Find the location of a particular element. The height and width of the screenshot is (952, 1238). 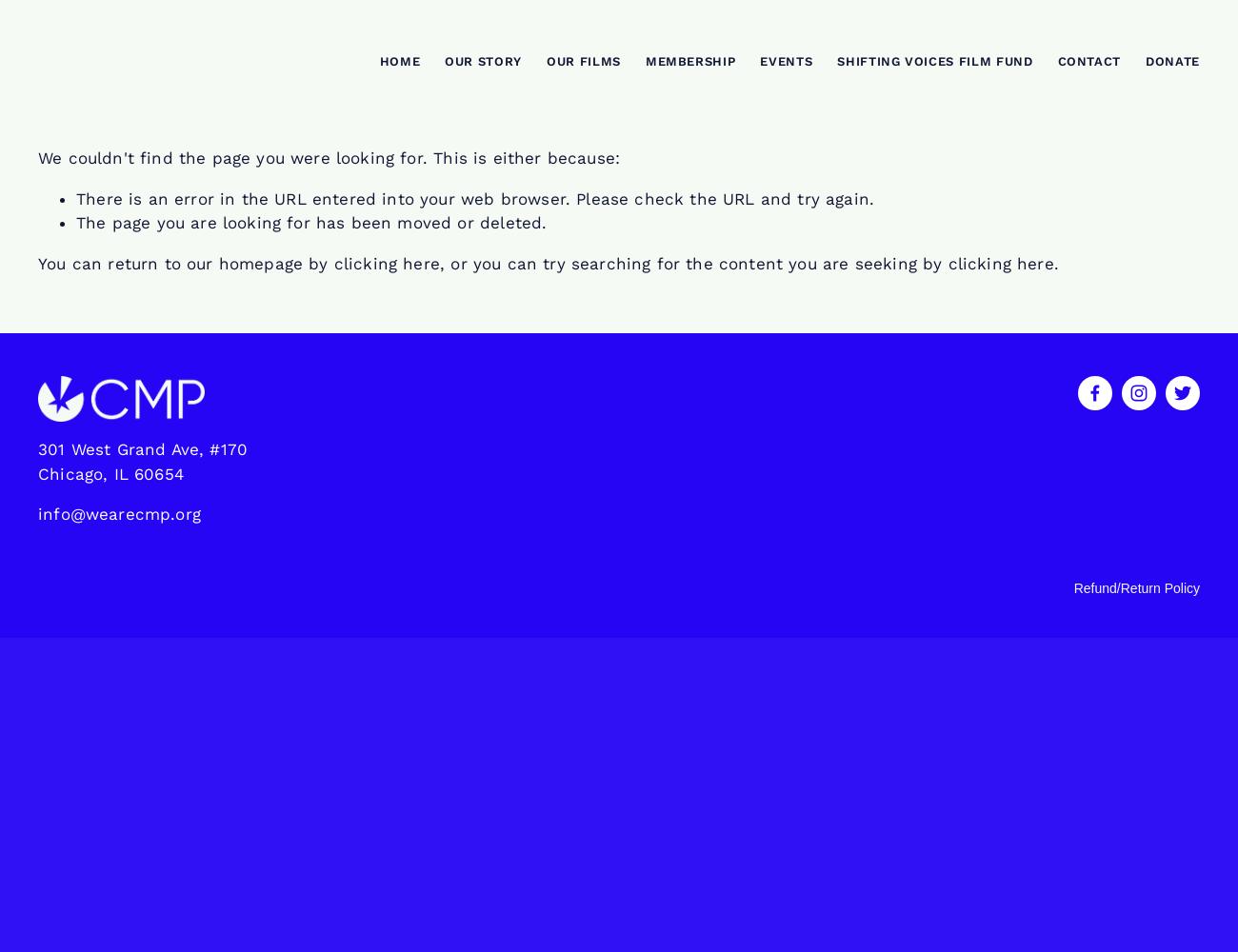

'You can return to our homepage by' is located at coordinates (186, 263).